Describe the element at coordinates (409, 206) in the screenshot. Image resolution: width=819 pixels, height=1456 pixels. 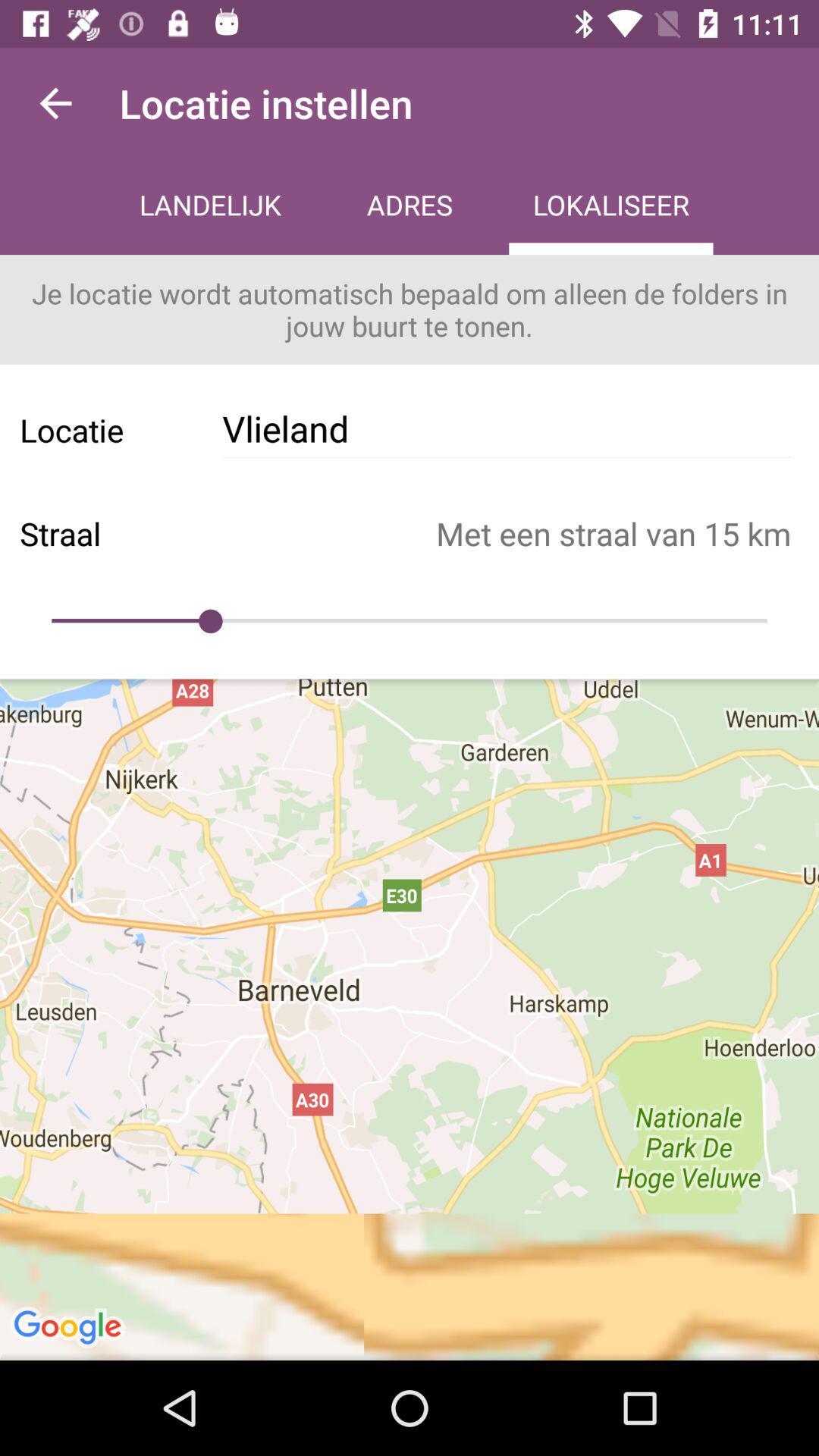
I see `the adres item` at that location.